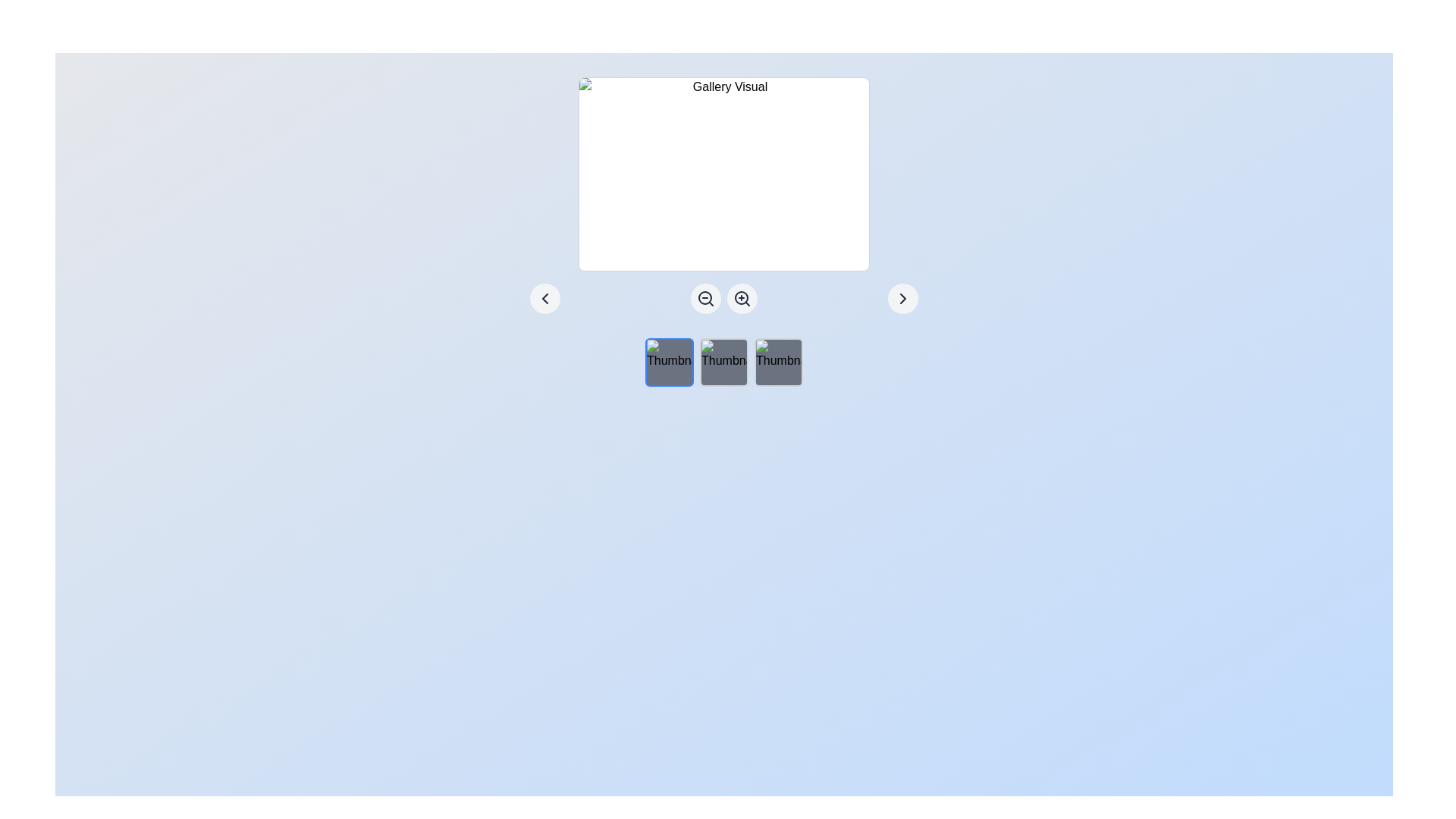 Image resolution: width=1456 pixels, height=819 pixels. I want to click on the farthest-right circular button with a light gray background and a rightward chevron icon, so click(902, 298).